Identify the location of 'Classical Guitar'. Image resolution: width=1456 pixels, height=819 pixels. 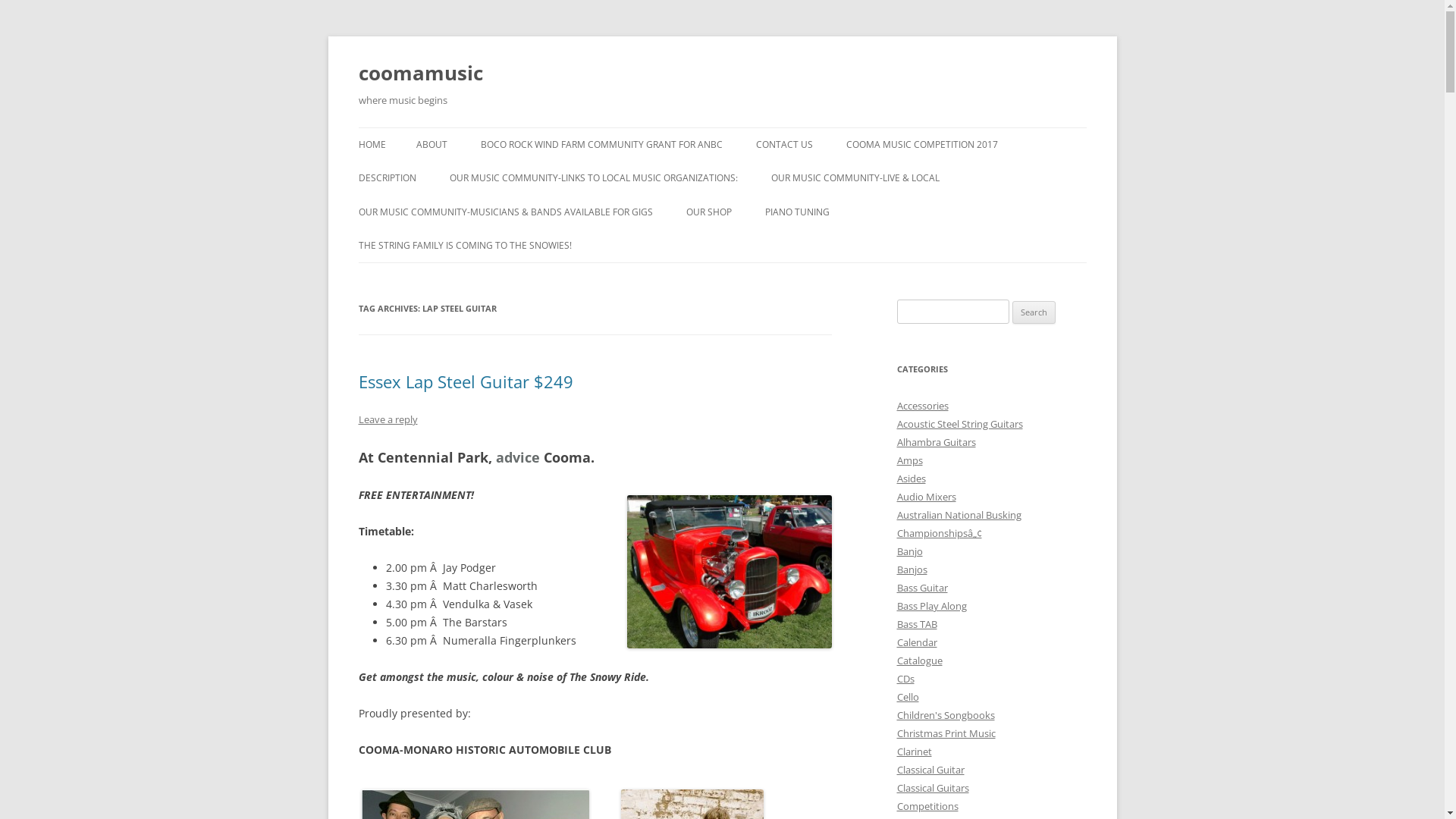
(896, 769).